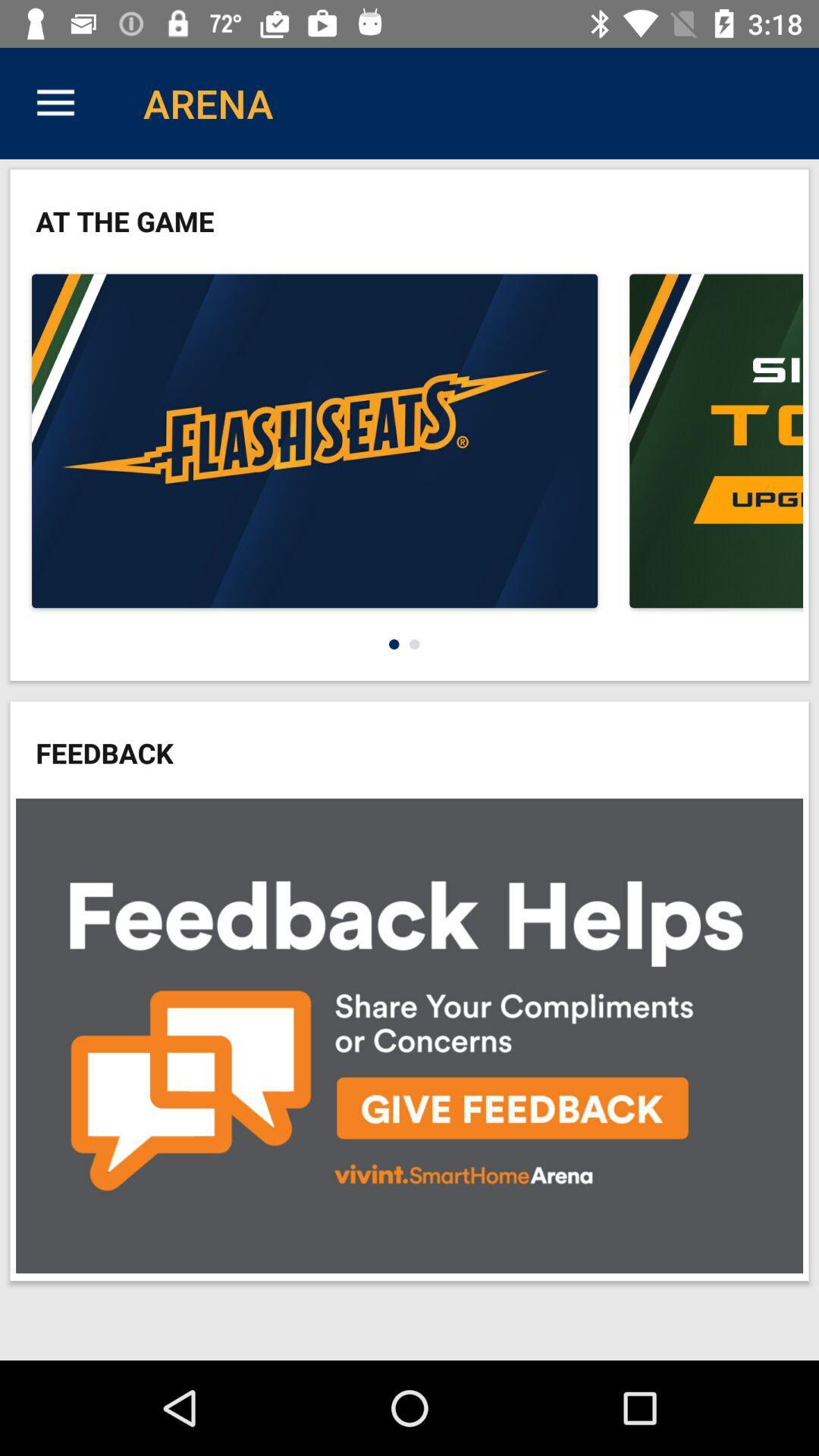 The width and height of the screenshot is (819, 1456). I want to click on icon next to arena icon, so click(55, 102).